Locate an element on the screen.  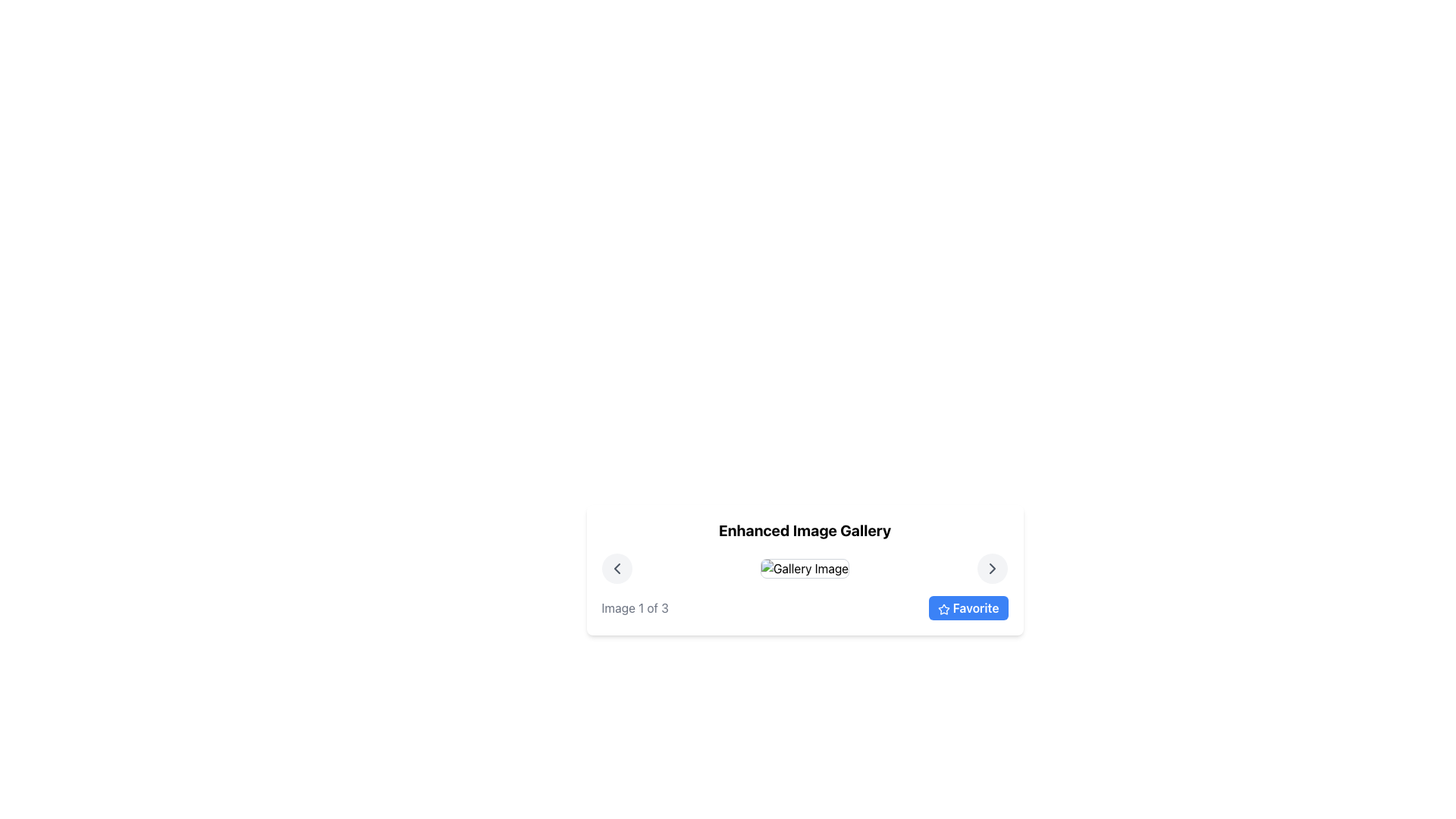
the left navigation button in the gallery interface that navigates to the previous item is located at coordinates (617, 568).